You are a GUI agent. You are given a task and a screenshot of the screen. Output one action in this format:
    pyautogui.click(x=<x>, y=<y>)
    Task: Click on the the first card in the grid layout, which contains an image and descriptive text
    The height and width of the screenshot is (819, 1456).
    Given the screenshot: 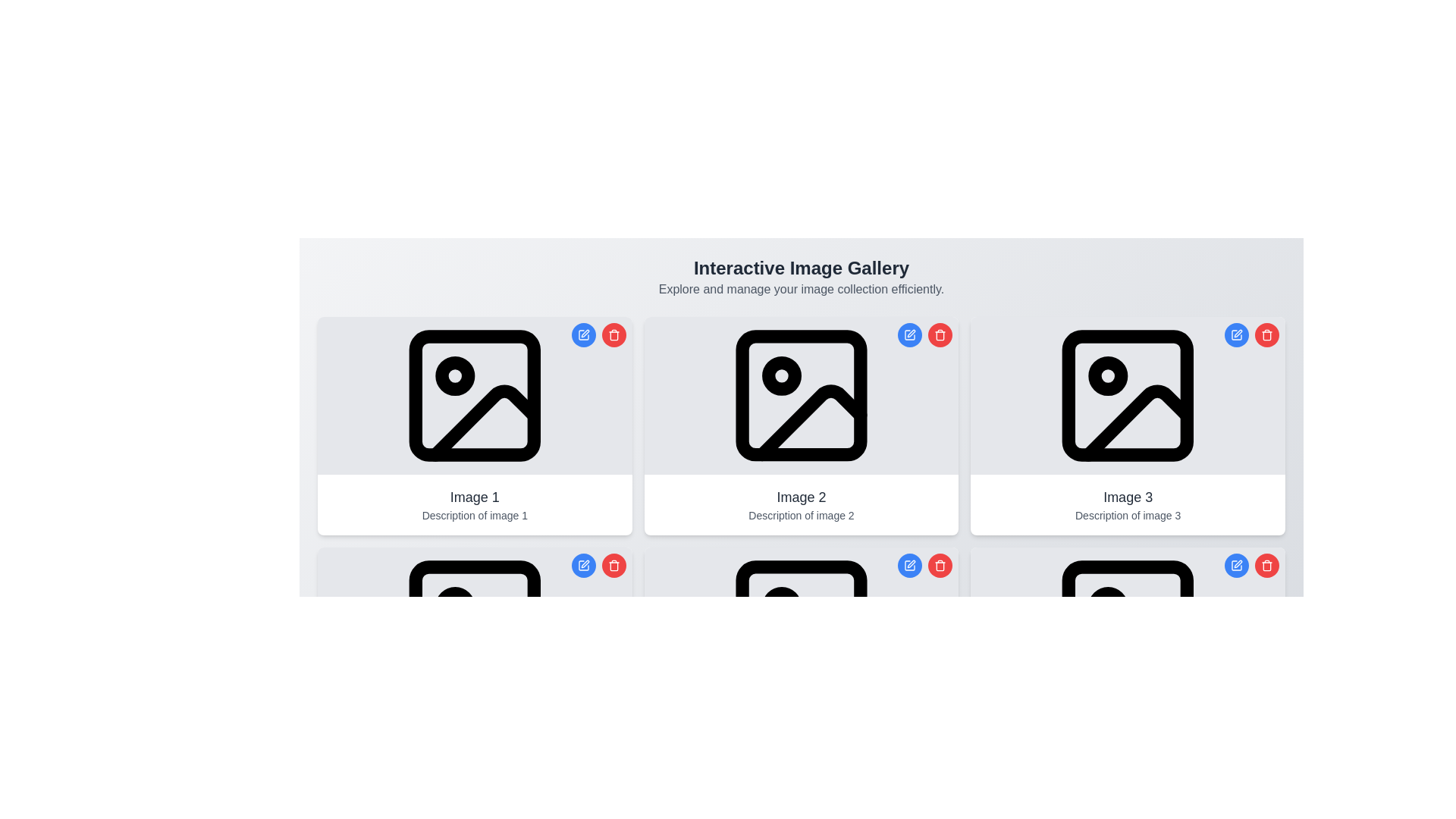 What is the action you would take?
    pyautogui.click(x=473, y=426)
    